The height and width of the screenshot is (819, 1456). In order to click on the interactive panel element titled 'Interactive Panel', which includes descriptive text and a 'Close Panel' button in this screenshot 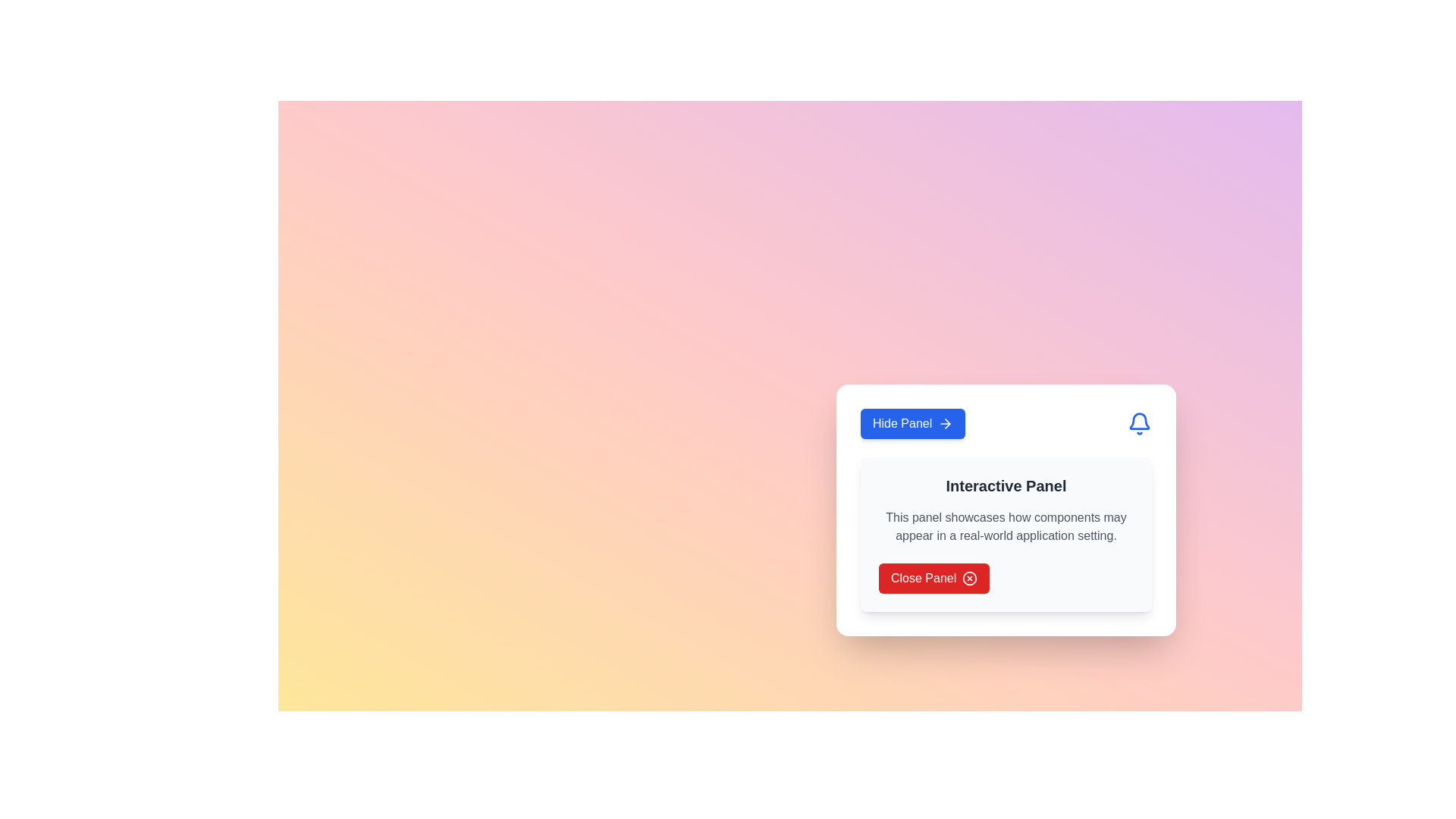, I will do `click(1006, 534)`.